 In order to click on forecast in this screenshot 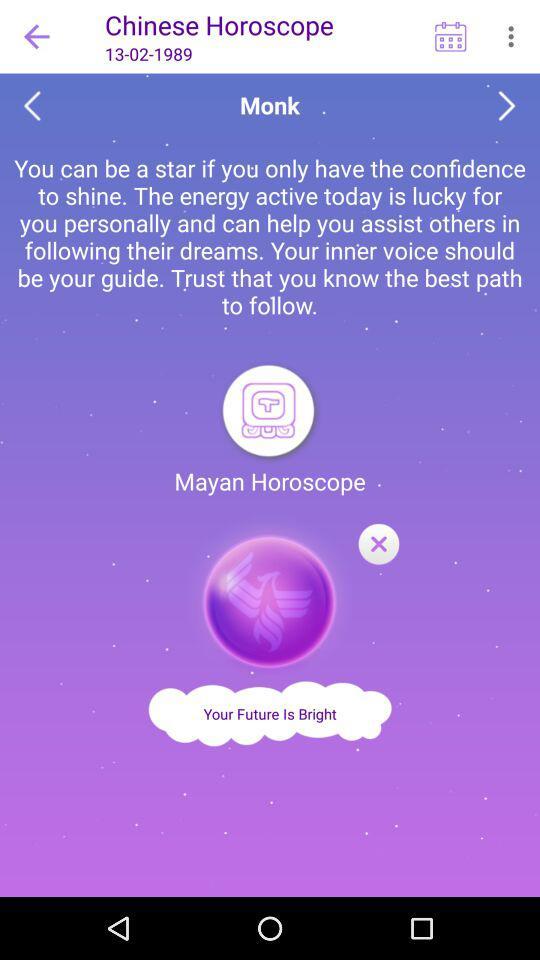, I will do `click(378, 545)`.